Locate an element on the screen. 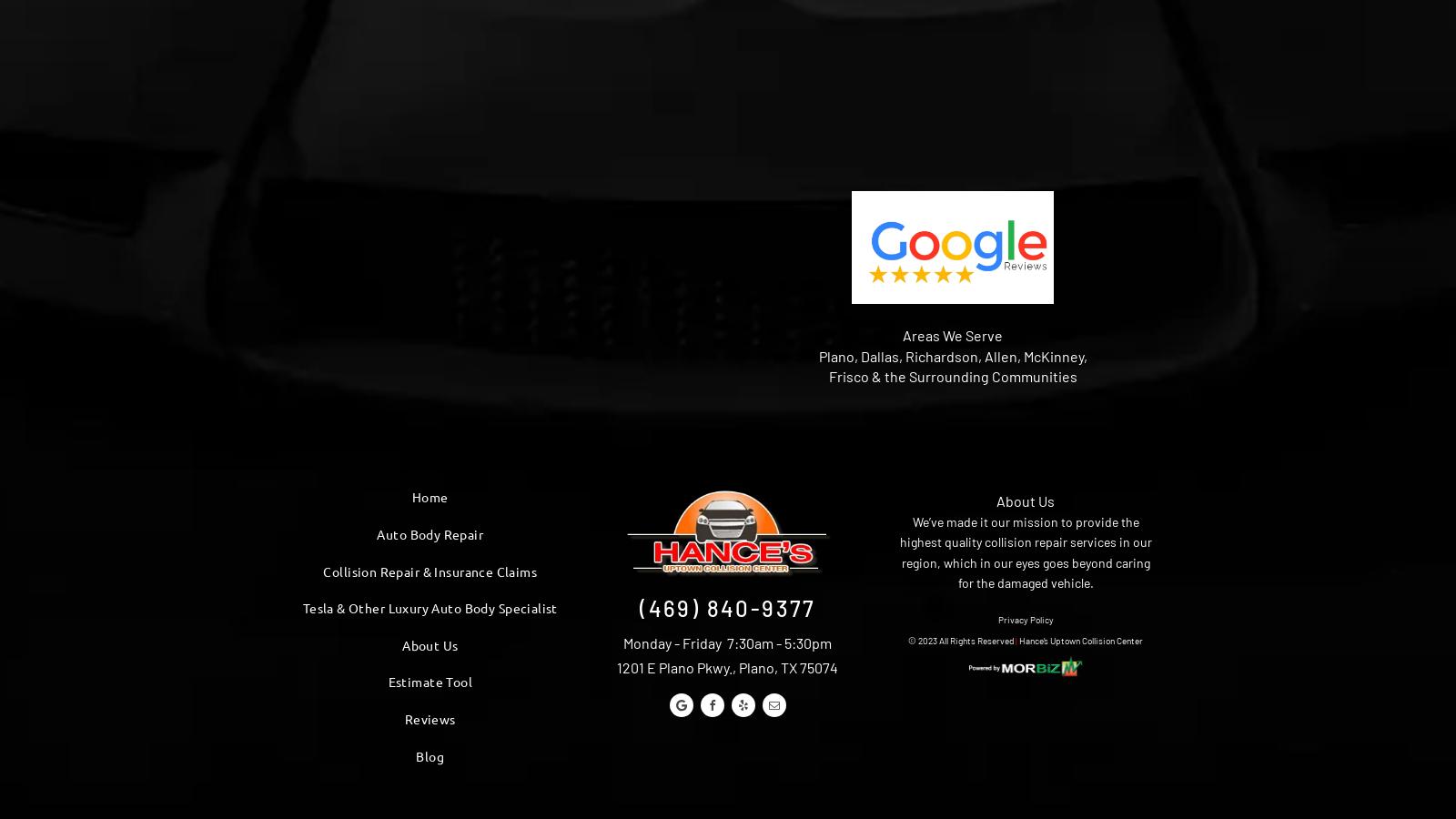  'Reviews' is located at coordinates (429, 719).